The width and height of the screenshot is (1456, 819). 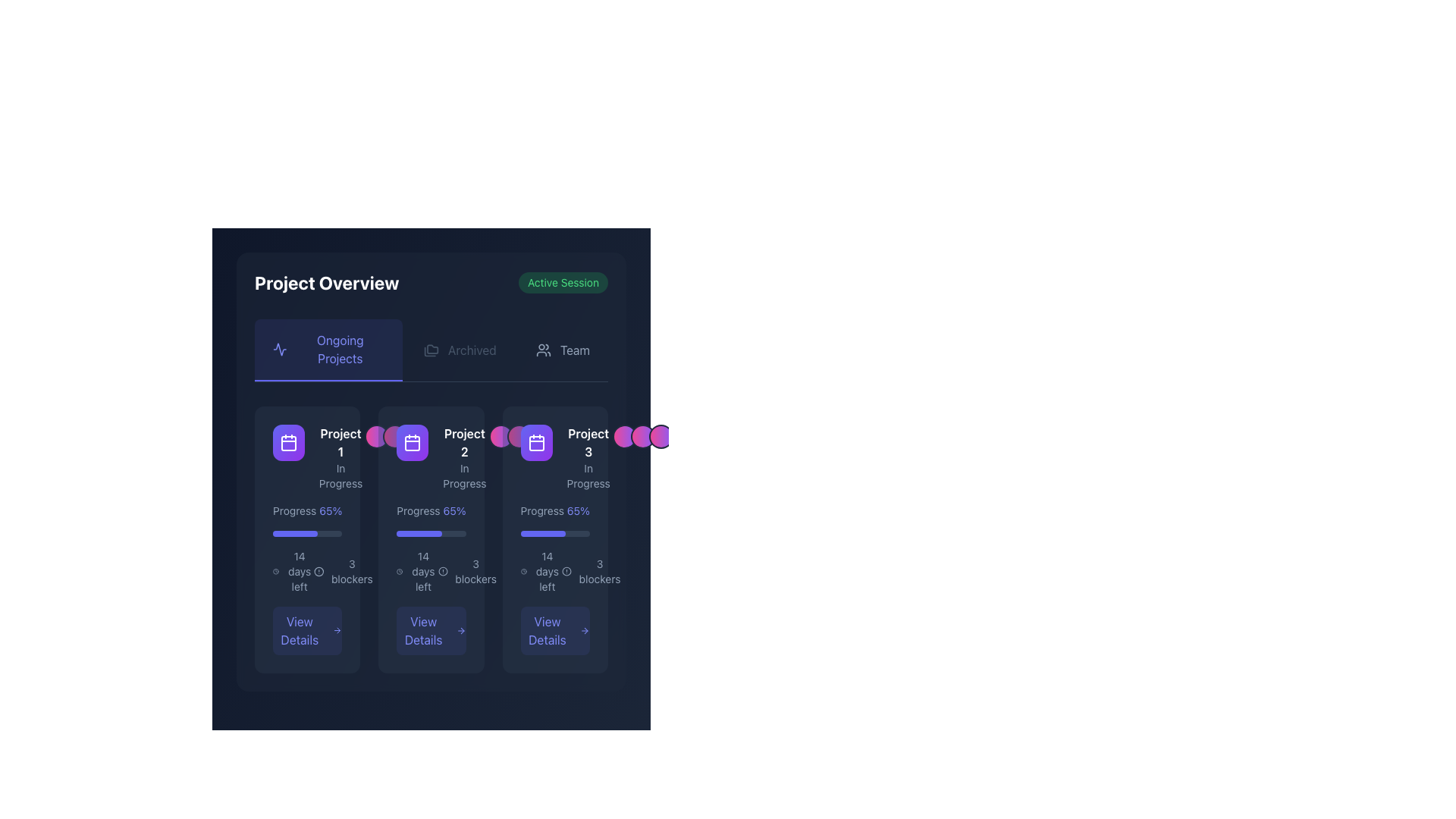 What do you see at coordinates (300, 631) in the screenshot?
I see `the button-like text link located at the bottom of the 'Project 1' card` at bounding box center [300, 631].